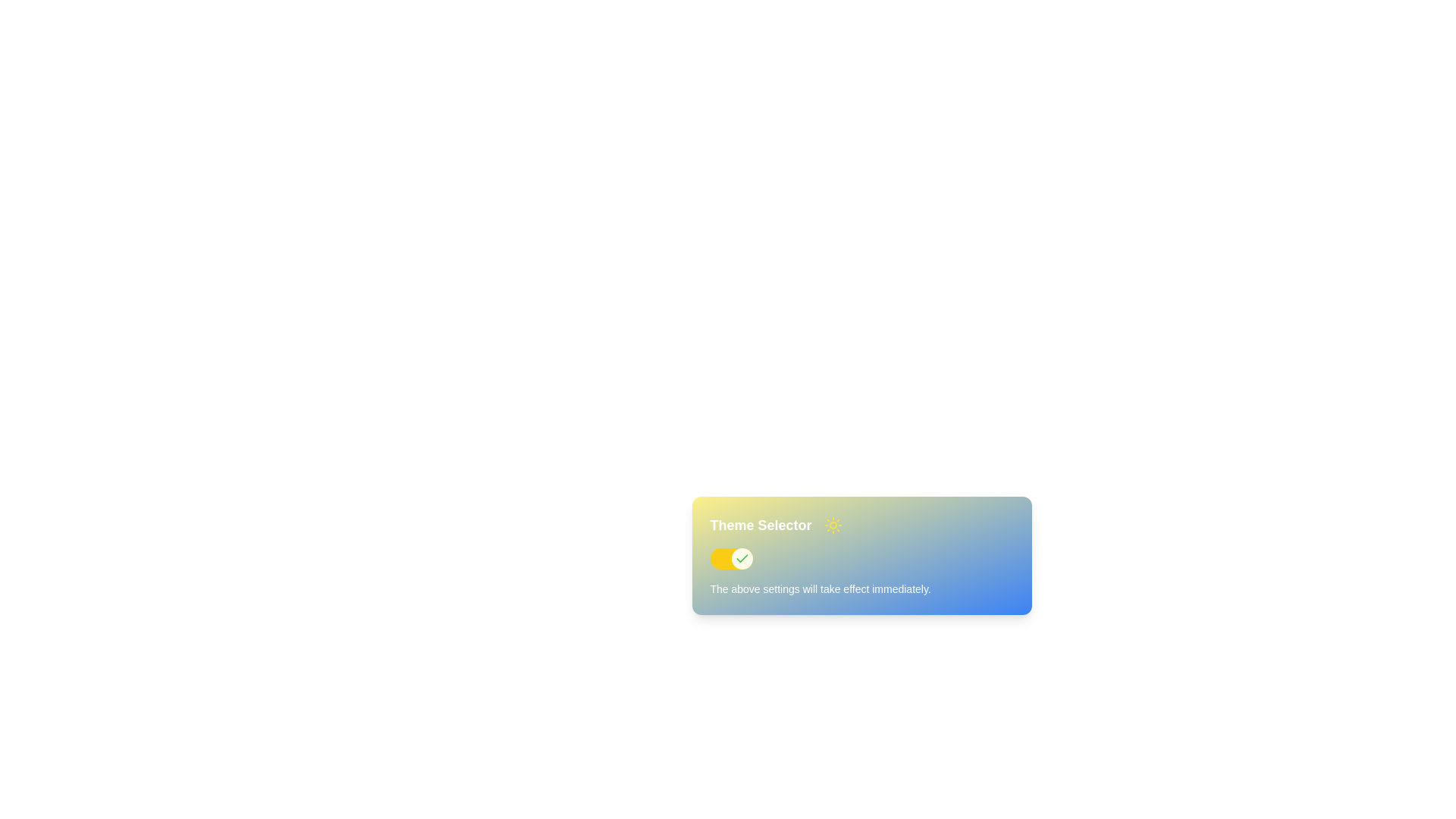 This screenshot has width=1456, height=819. Describe the element at coordinates (742, 558) in the screenshot. I see `the active state icon of the toggle switch within the 'Theme Selector' module, located on the right side of the switch track, to understand the toggle state` at that location.